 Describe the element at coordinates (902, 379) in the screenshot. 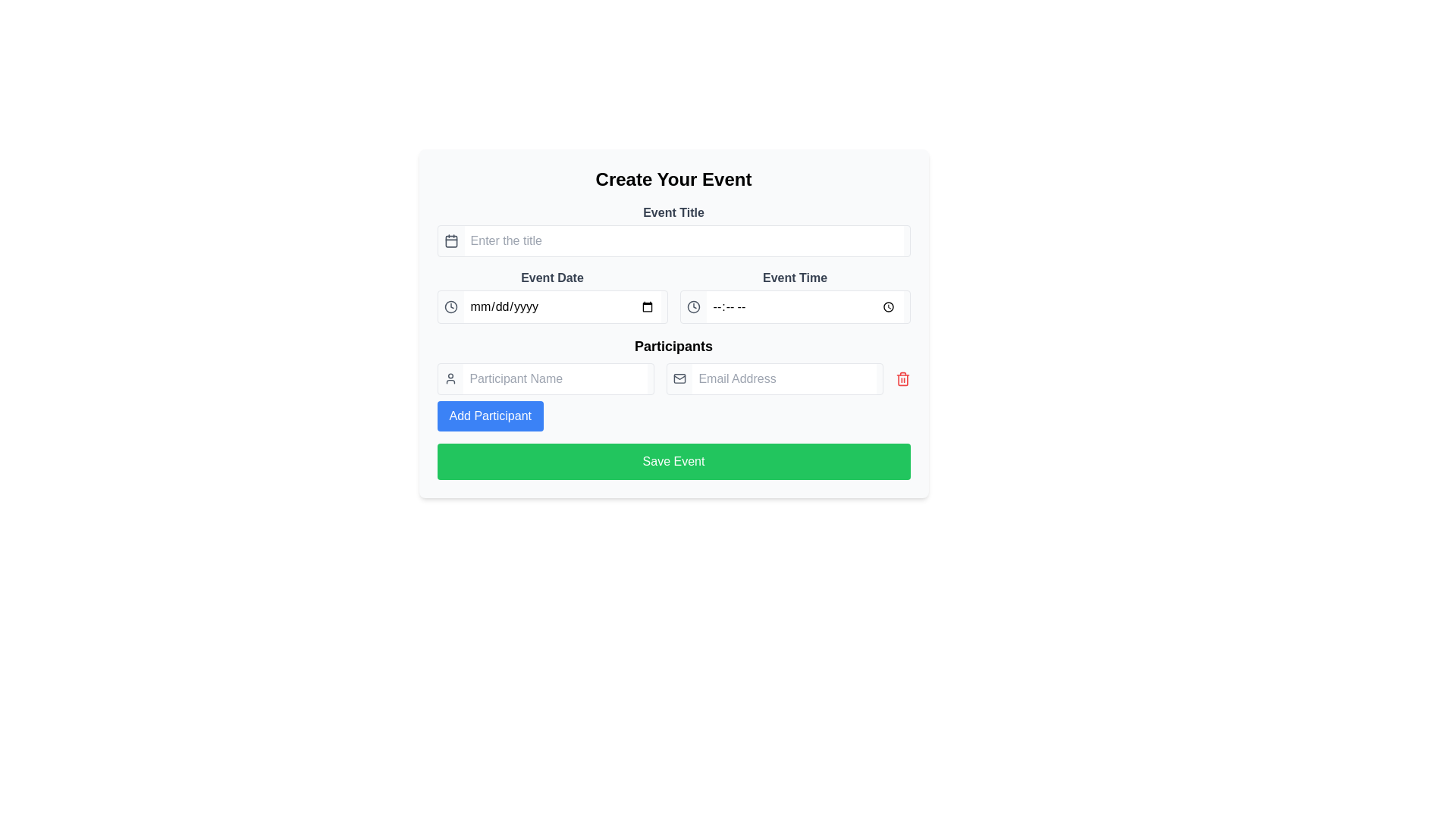

I see `the trash can icon representing delete functionality located in the Participants section adjacent to the email address input field` at that location.